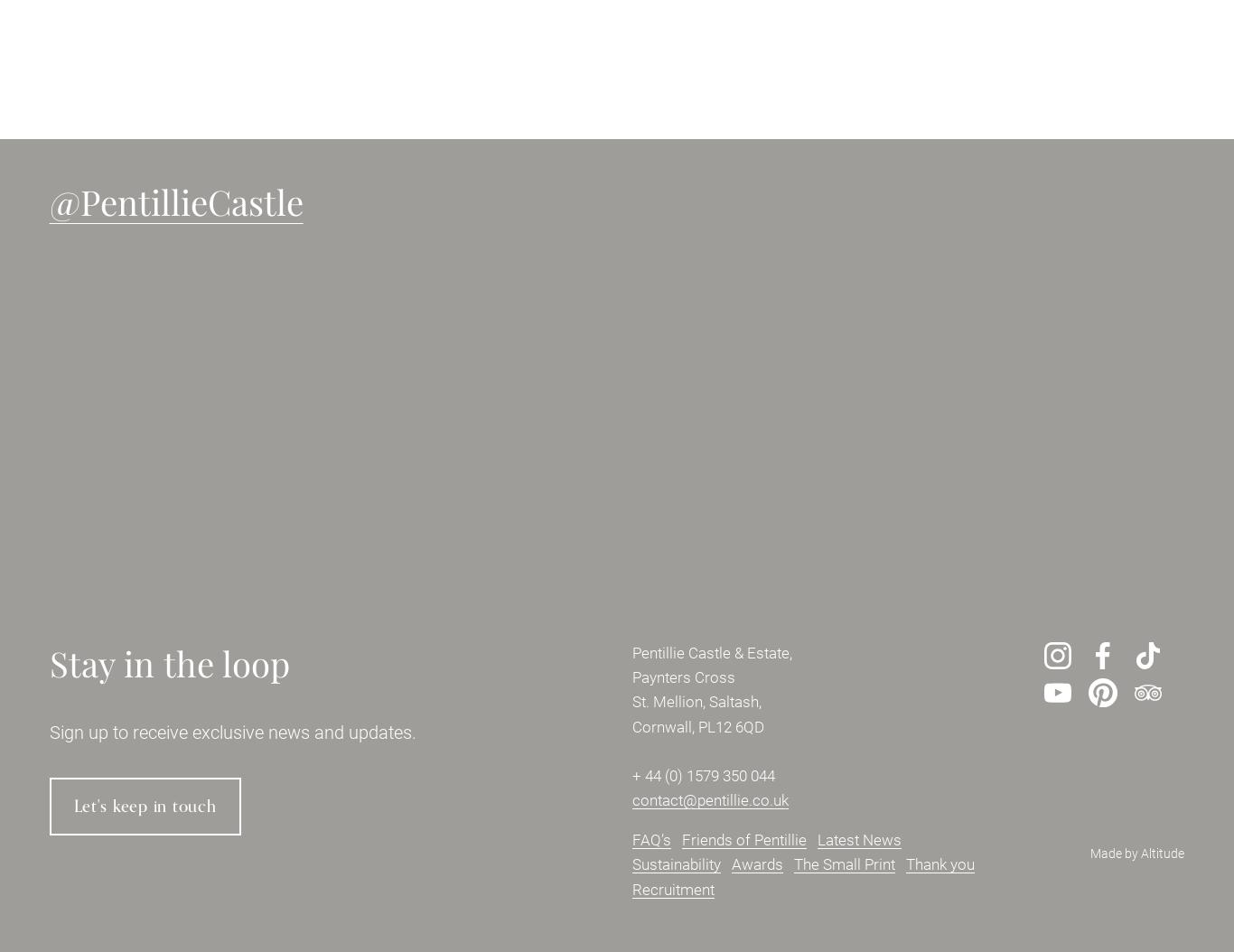 The width and height of the screenshot is (1234, 952). I want to click on 'Friends of Pentillie', so click(681, 839).